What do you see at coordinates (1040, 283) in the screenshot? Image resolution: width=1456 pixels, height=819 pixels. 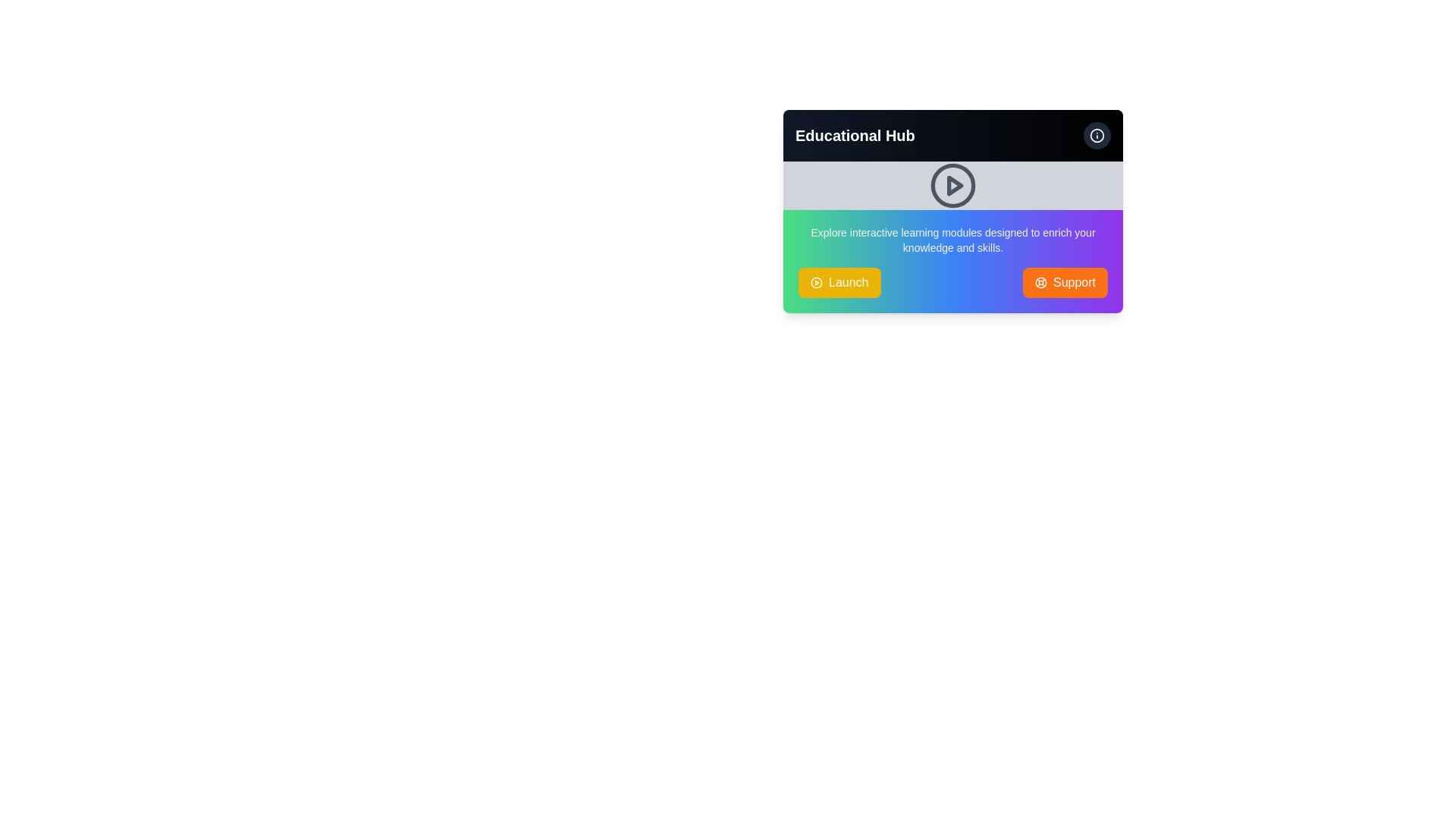 I see `the decorative SVG icon that symbolizes help or assistance, located to the left of the 'Support' button at the bottom right of the card interface` at bounding box center [1040, 283].